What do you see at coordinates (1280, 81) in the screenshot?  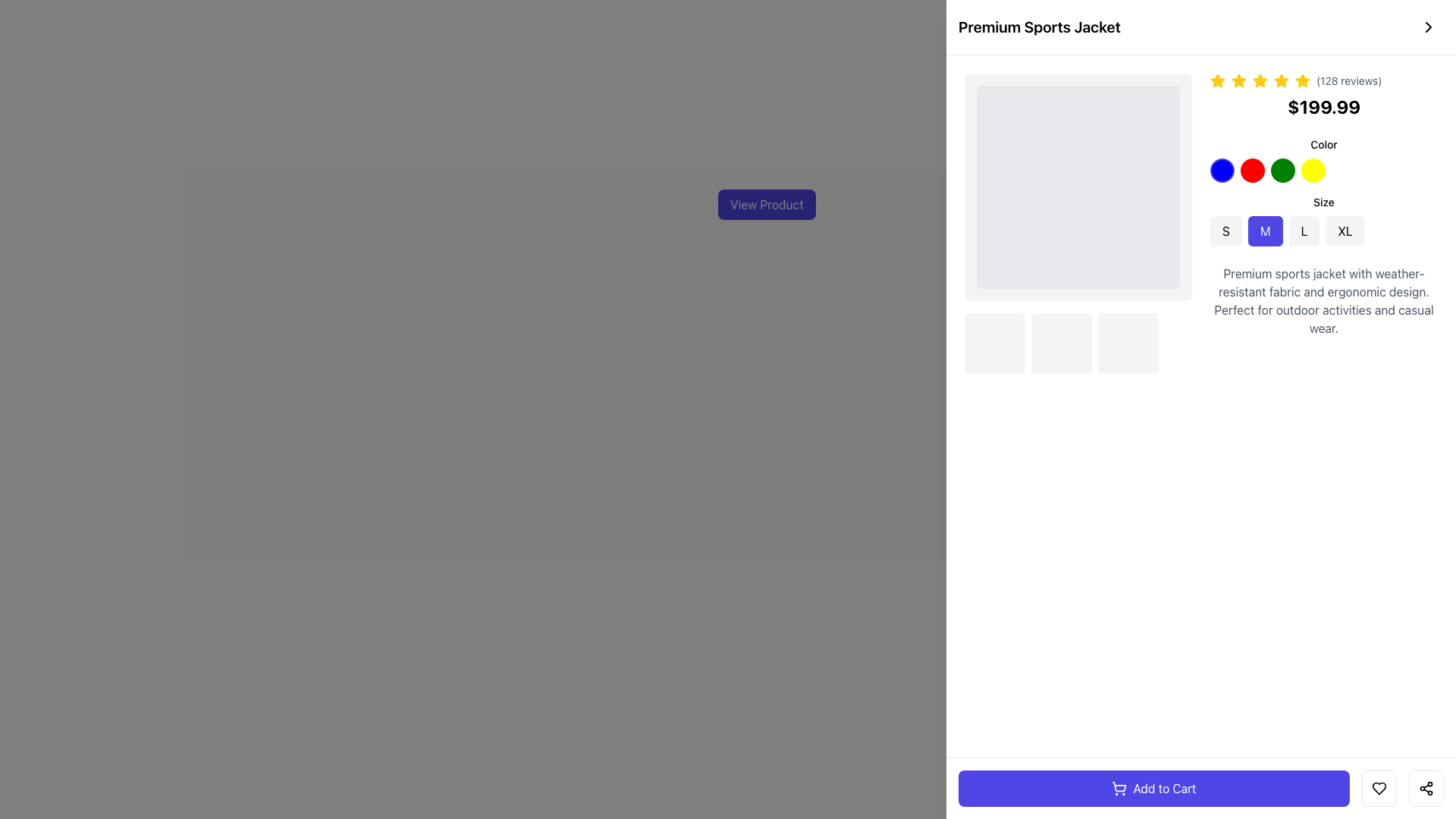 I see `the fifth star icon in the rating system, which is yellow and has a slight shadow effect, to register a rating` at bounding box center [1280, 81].